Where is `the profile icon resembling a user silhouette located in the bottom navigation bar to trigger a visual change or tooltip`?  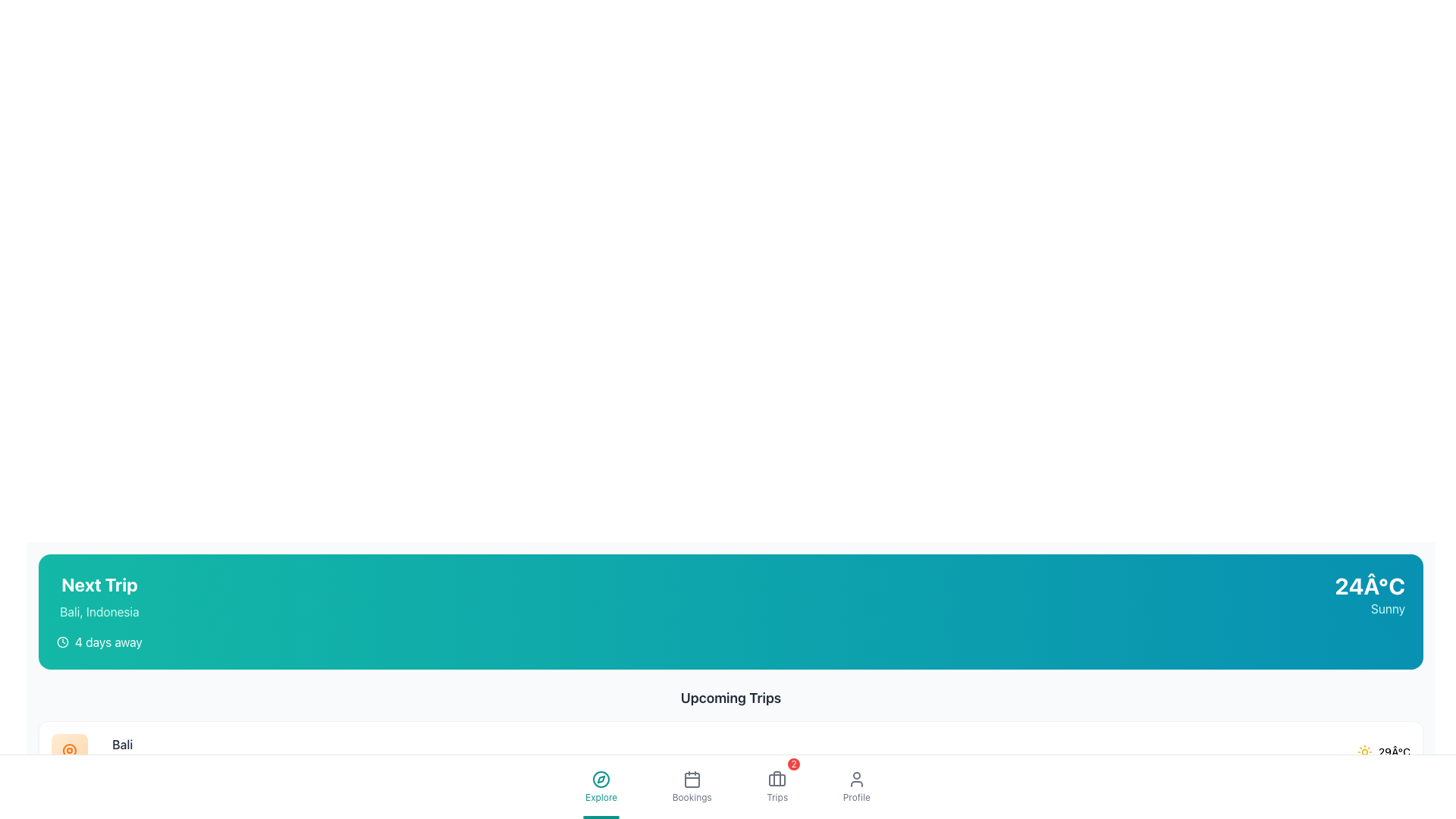
the profile icon resembling a user silhouette located in the bottom navigation bar to trigger a visual change or tooltip is located at coordinates (856, 780).